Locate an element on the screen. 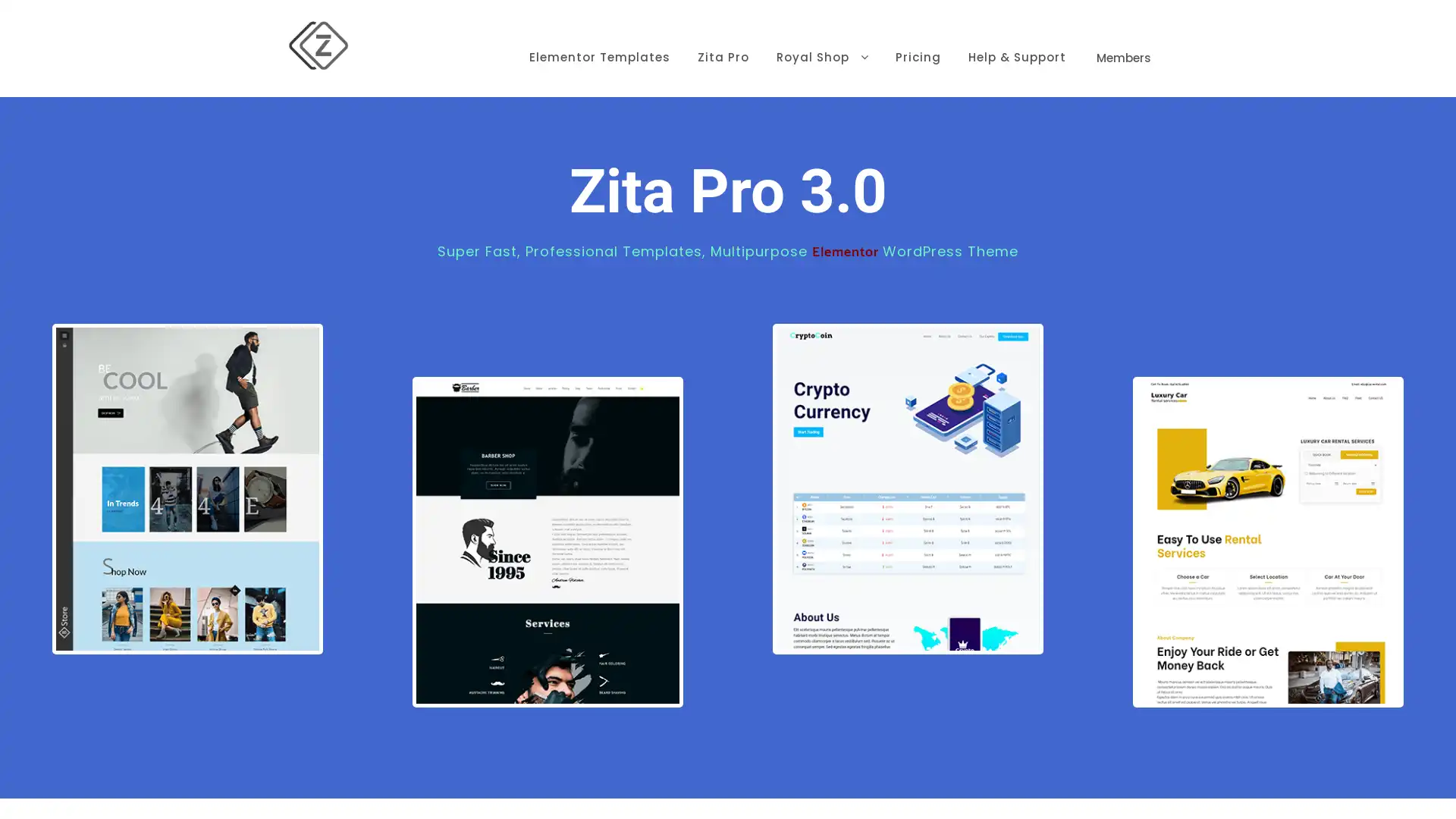 The width and height of the screenshot is (1456, 819). Members is located at coordinates (1124, 34).